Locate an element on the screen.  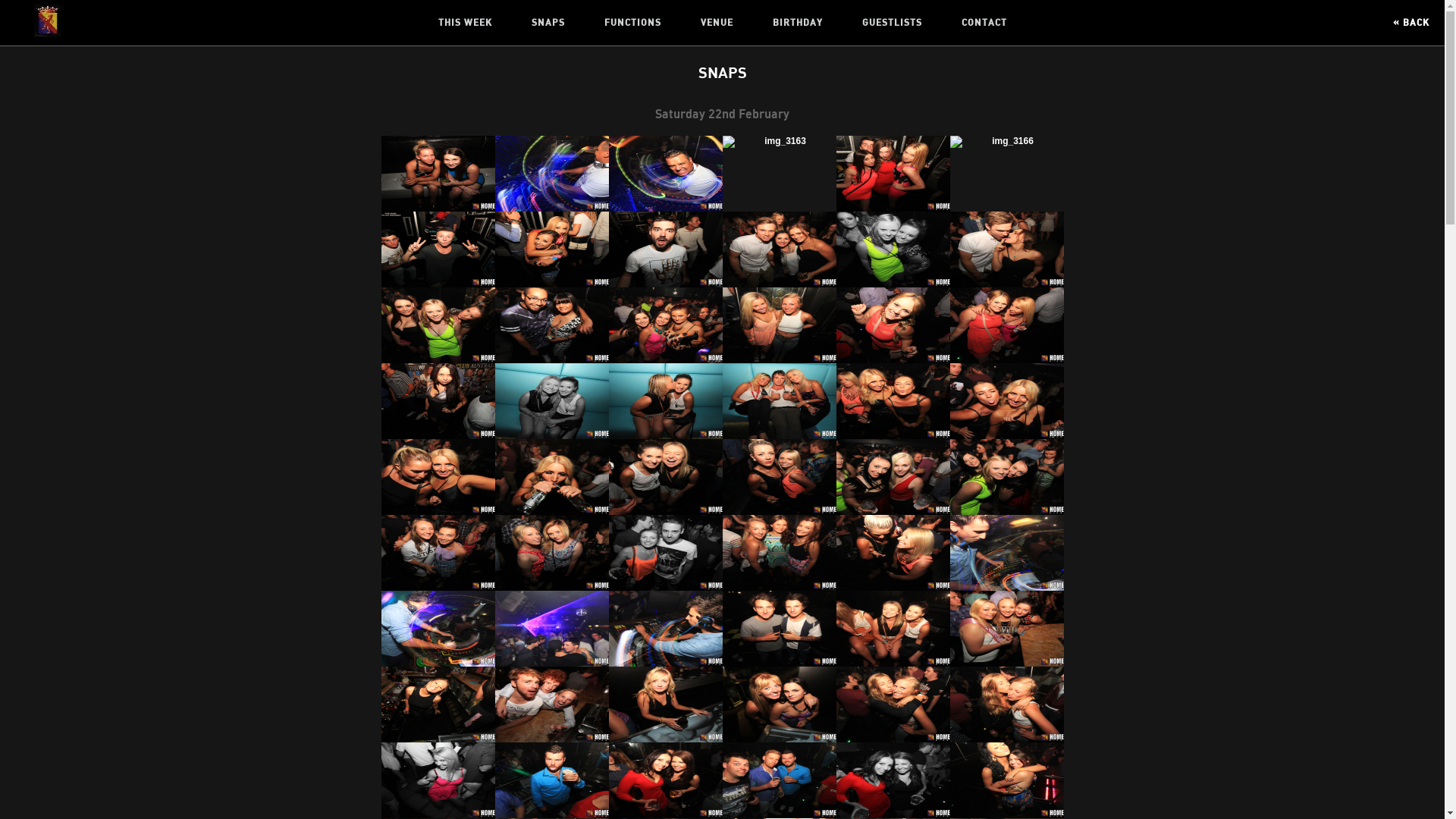
' ' is located at coordinates (550, 553).